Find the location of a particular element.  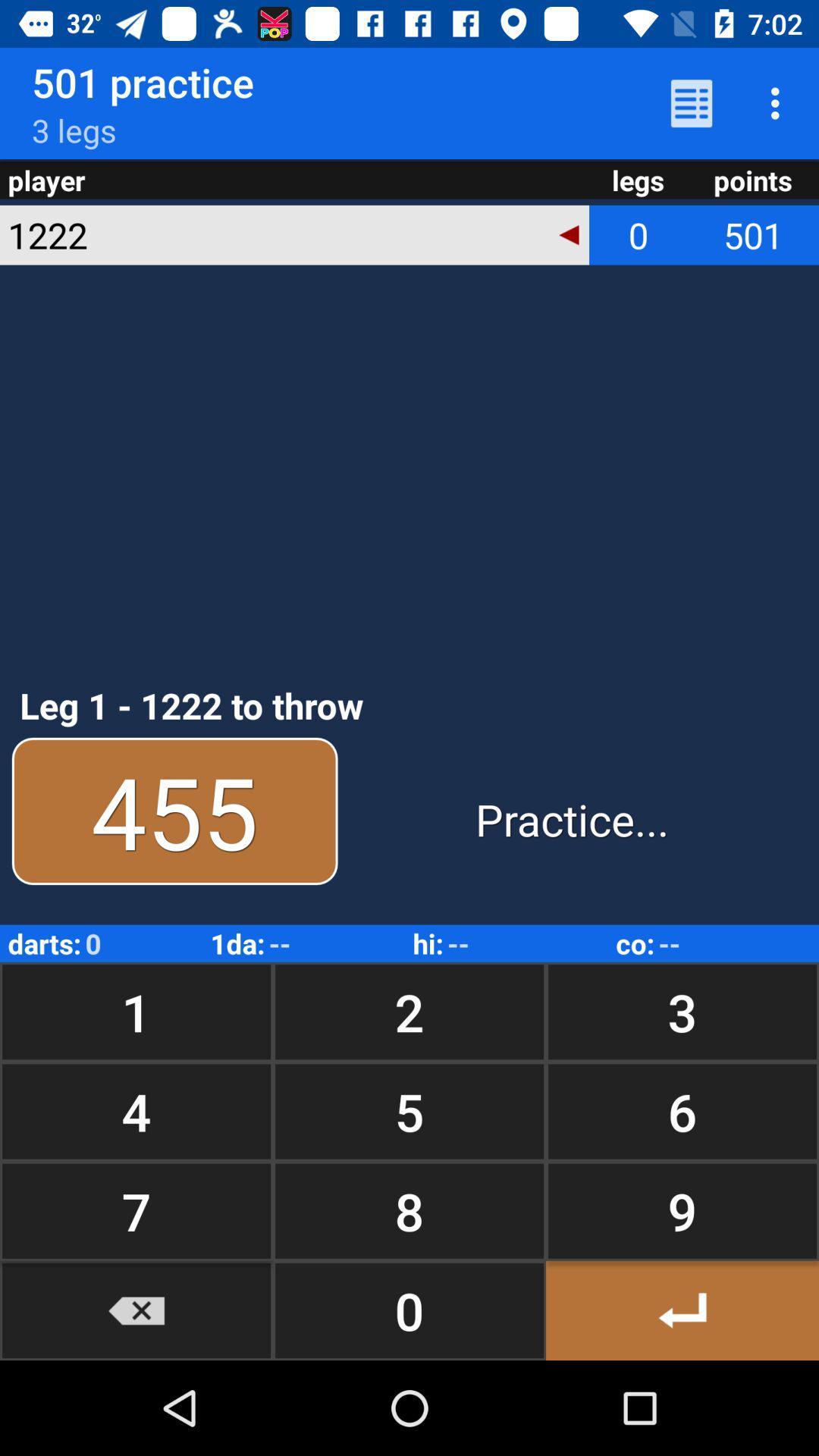

the item next to 8 button is located at coordinates (681, 1310).